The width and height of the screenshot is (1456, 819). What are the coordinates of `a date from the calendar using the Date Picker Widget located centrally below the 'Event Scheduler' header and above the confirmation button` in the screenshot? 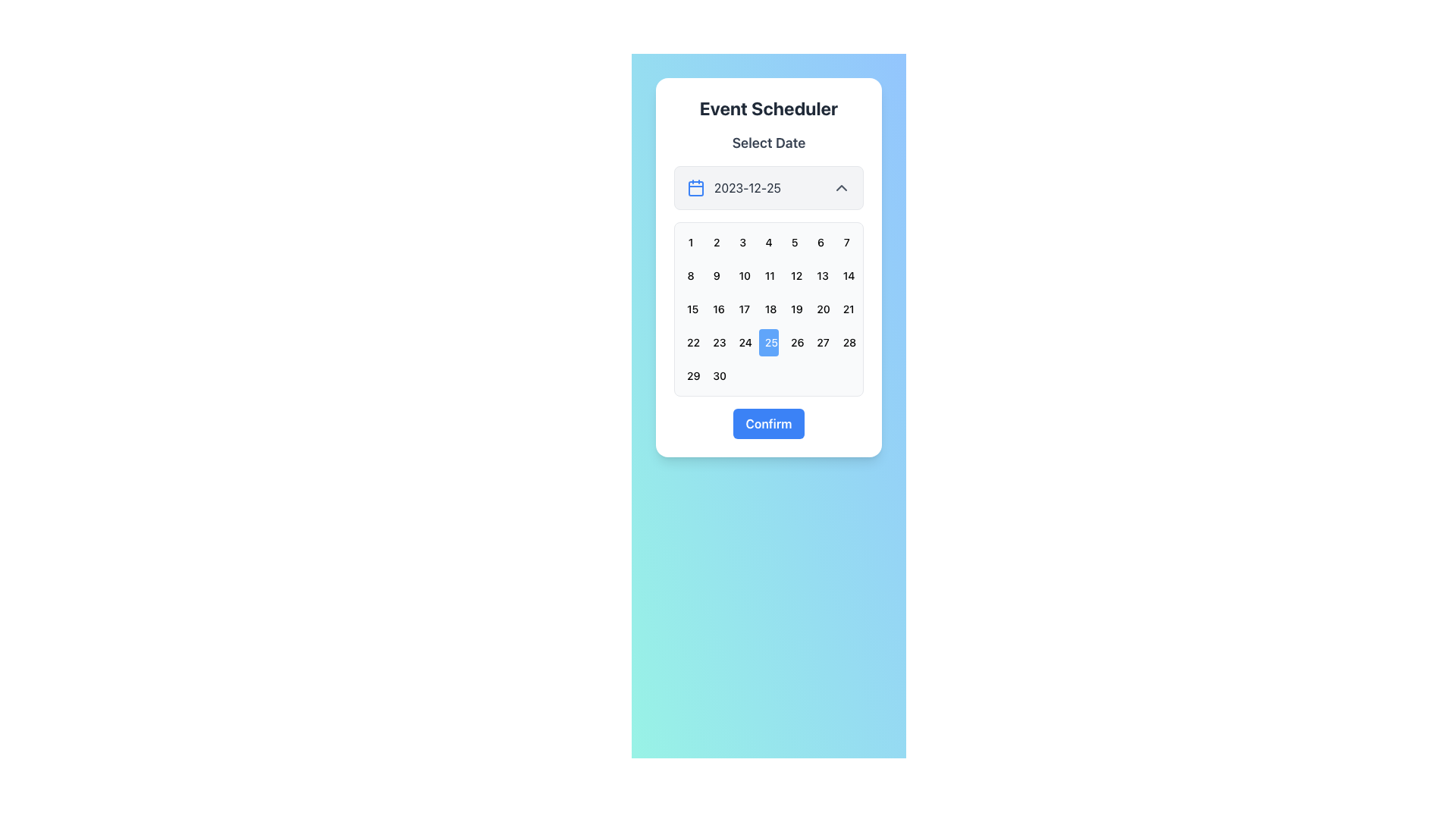 It's located at (768, 267).